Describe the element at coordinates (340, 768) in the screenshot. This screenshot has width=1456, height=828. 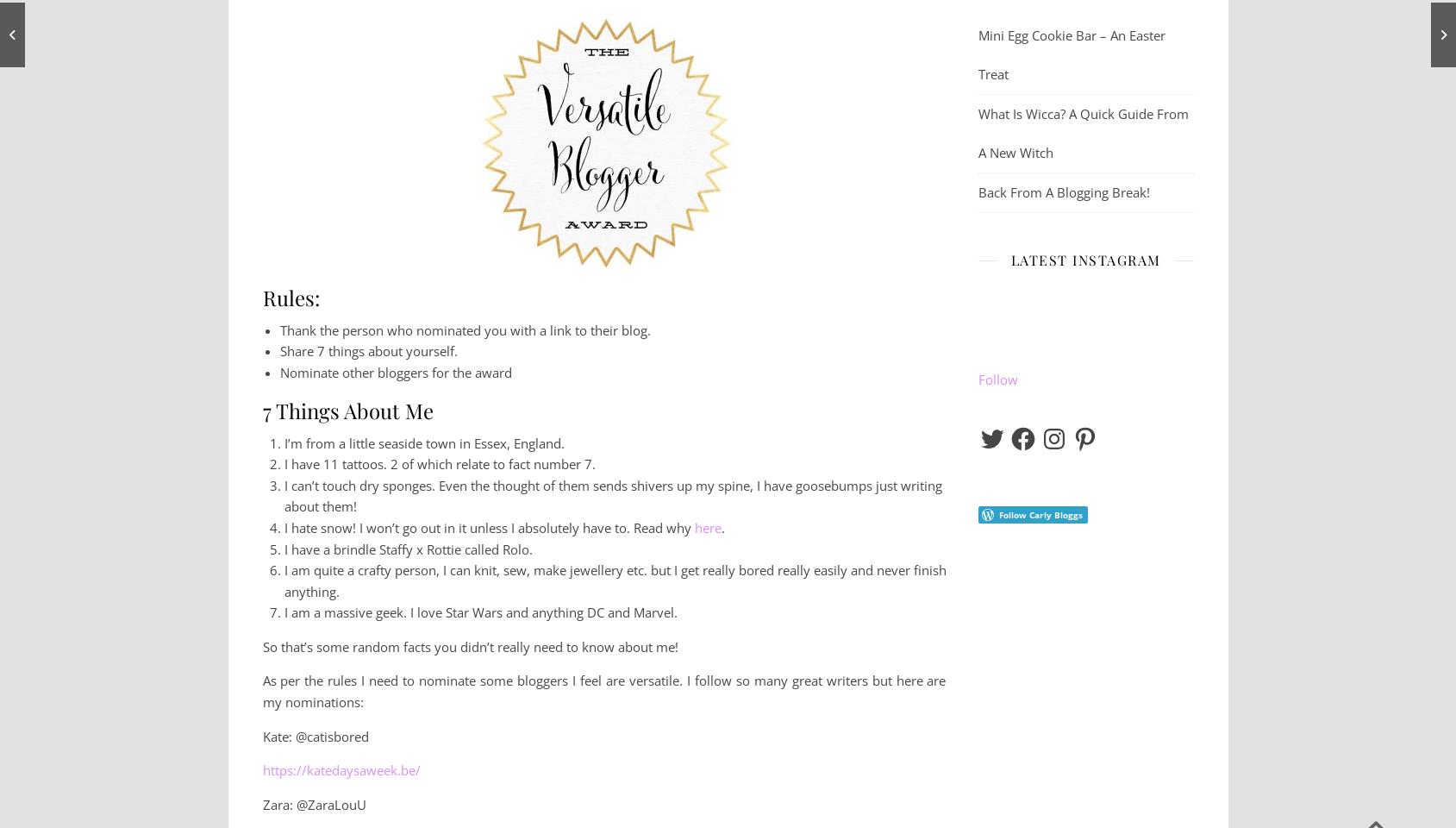
I see `'https://katedaysaweek.be/'` at that location.